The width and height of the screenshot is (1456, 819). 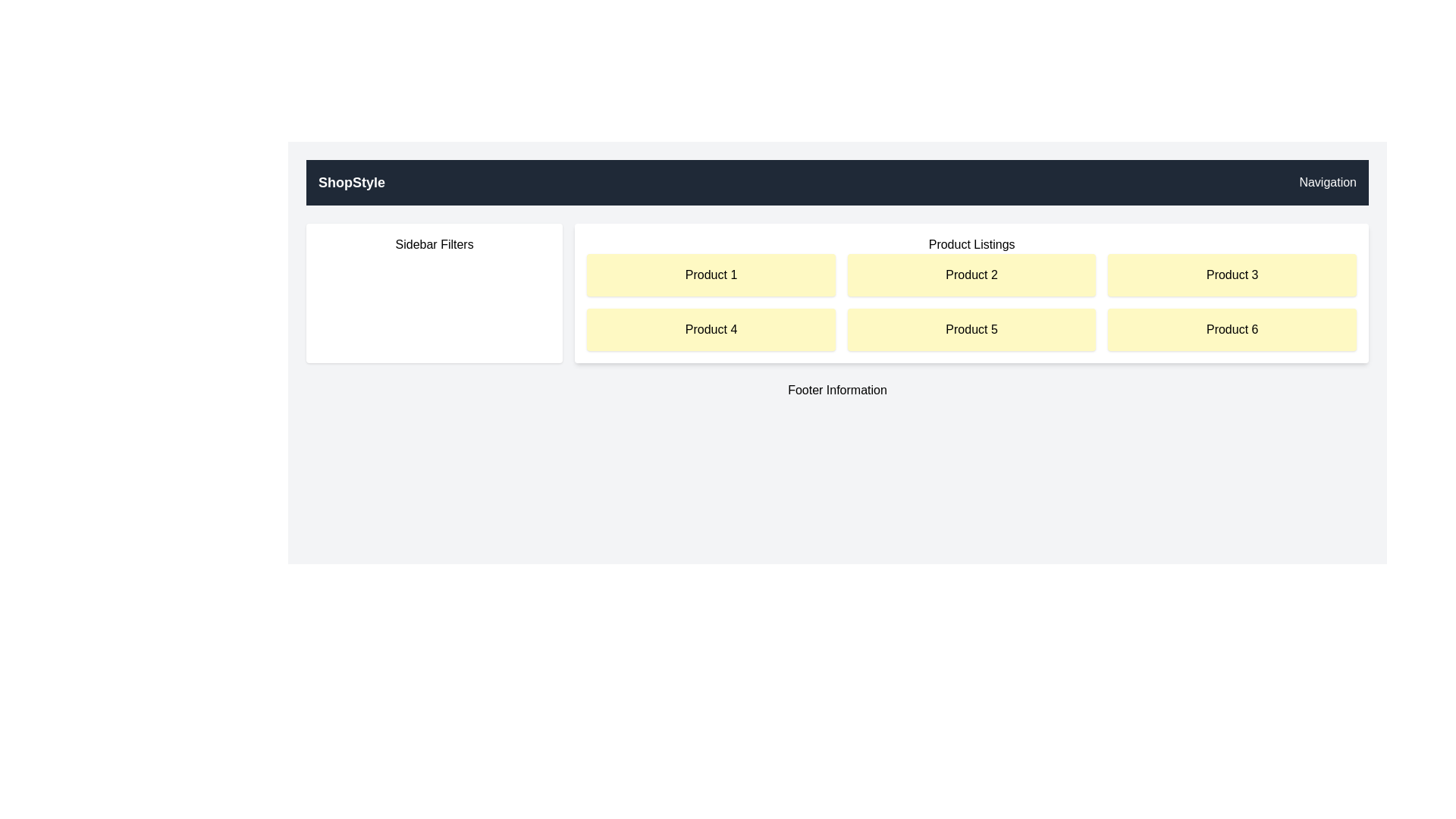 I want to click on the static display box representing the fifth product entry in the grid layout, positioned in the second row and second column, so click(x=971, y=329).